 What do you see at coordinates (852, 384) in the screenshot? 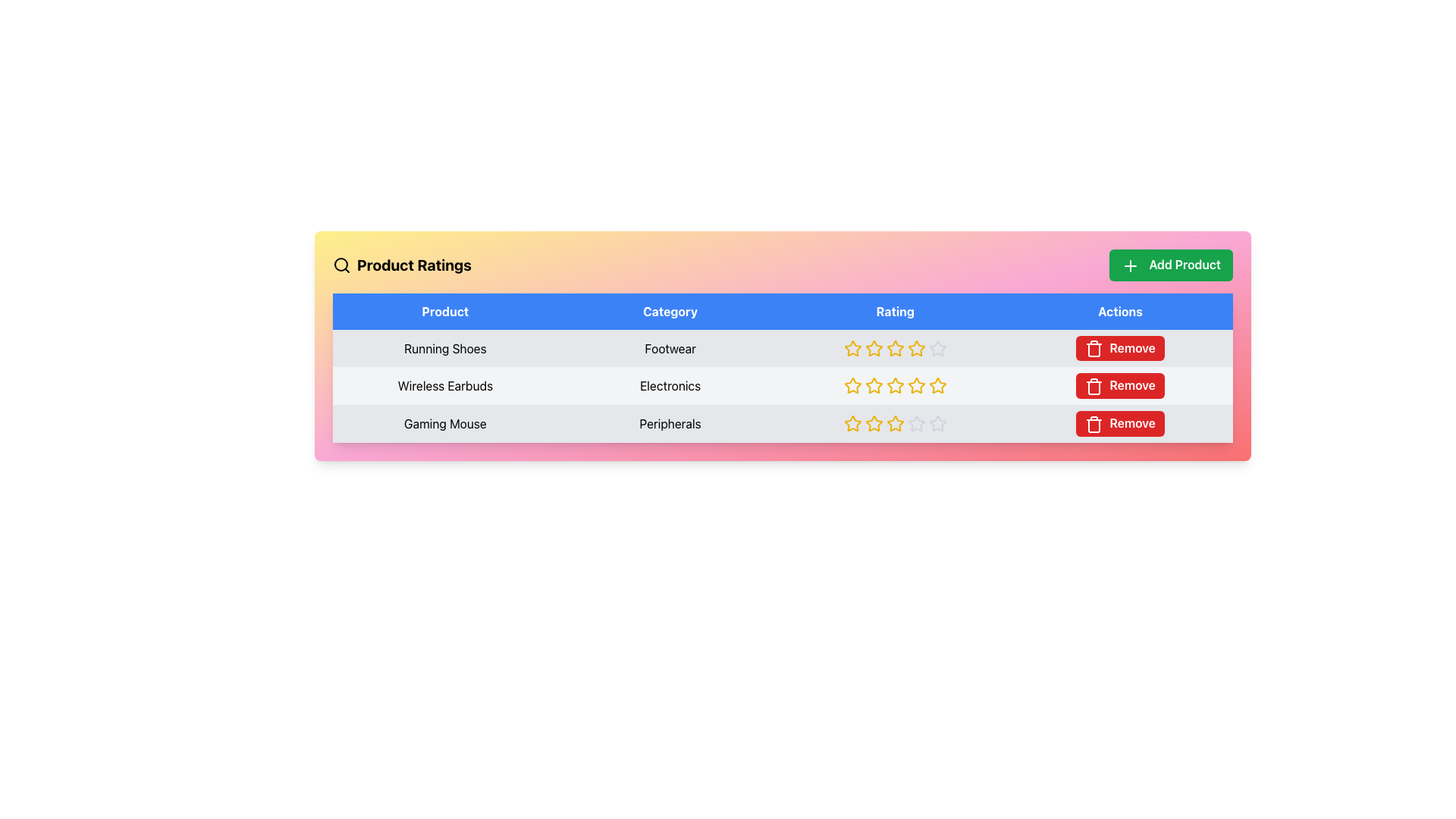
I see `the third star icon in the rating column for the 'Wireless Earbuds' product` at bounding box center [852, 384].